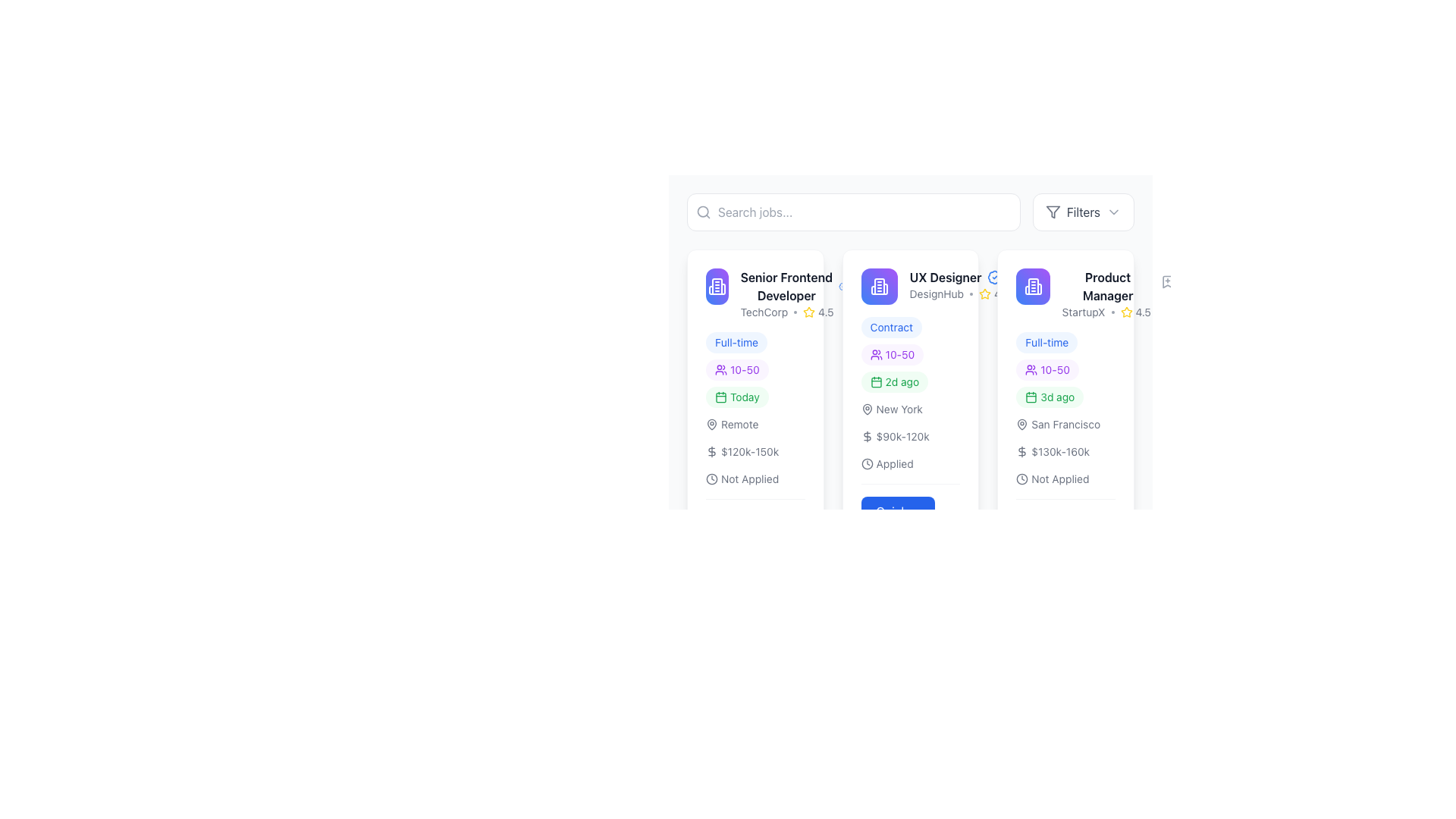 This screenshot has width=1456, height=819. What do you see at coordinates (711, 424) in the screenshot?
I see `the pin icon located leftmost within the job listing card that indicates a remote job location, adjacent to the 'Remote' text` at bounding box center [711, 424].